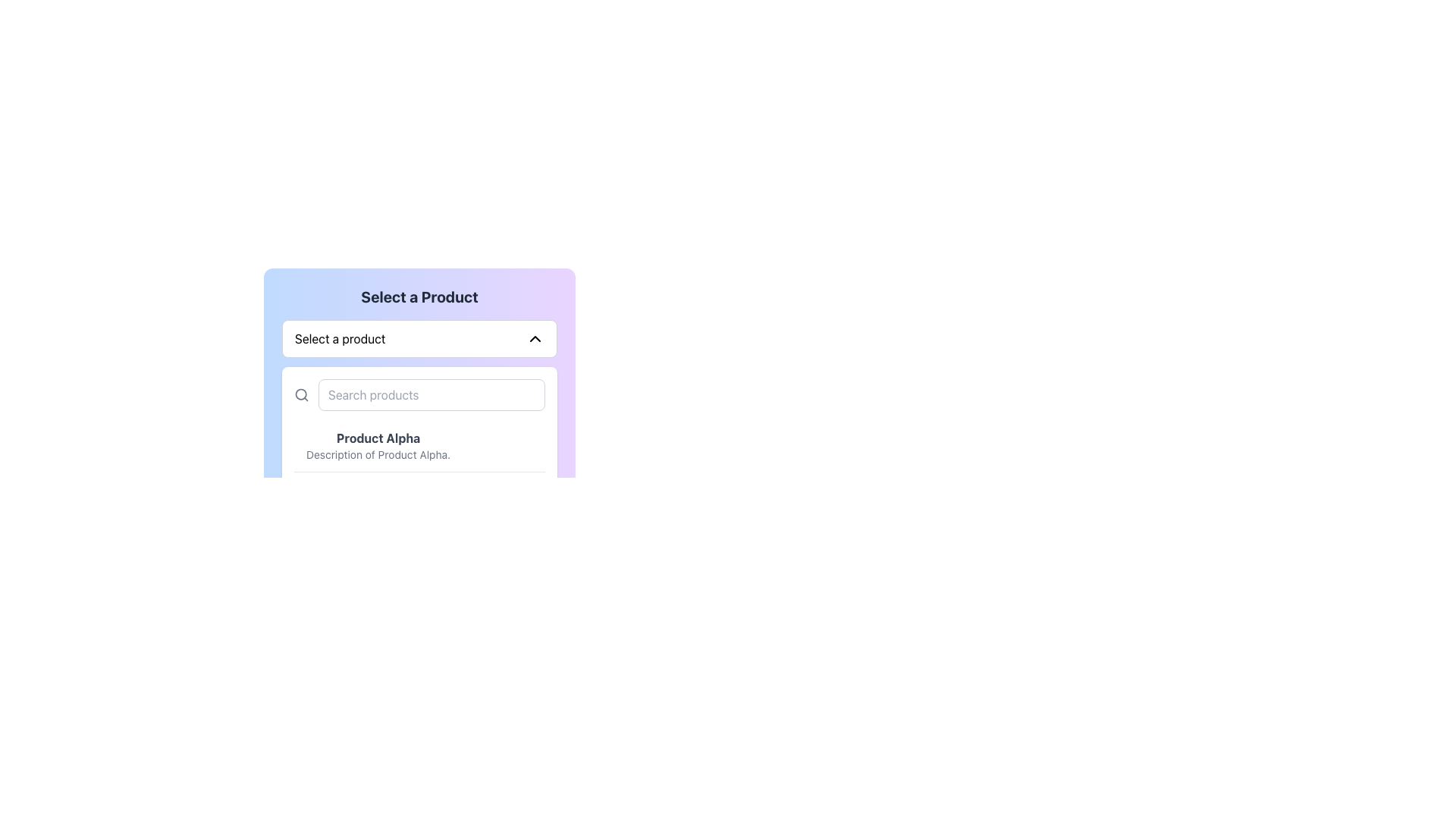  Describe the element at coordinates (302, 394) in the screenshot. I see `the search icon located to the left of the search input area, which serves as a trigger for the search functionality` at that location.